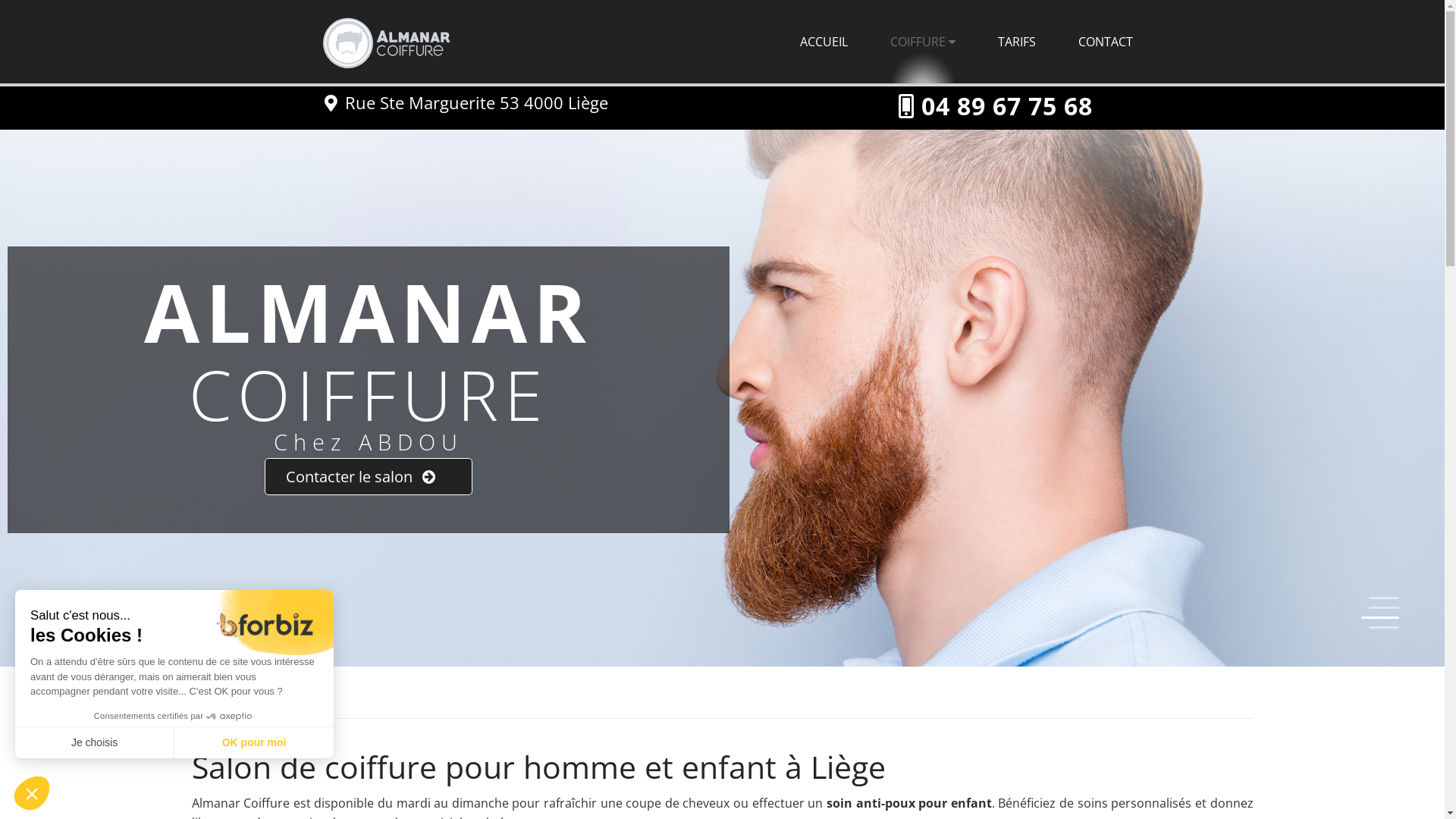  I want to click on 'CONTACT', so click(1106, 40).